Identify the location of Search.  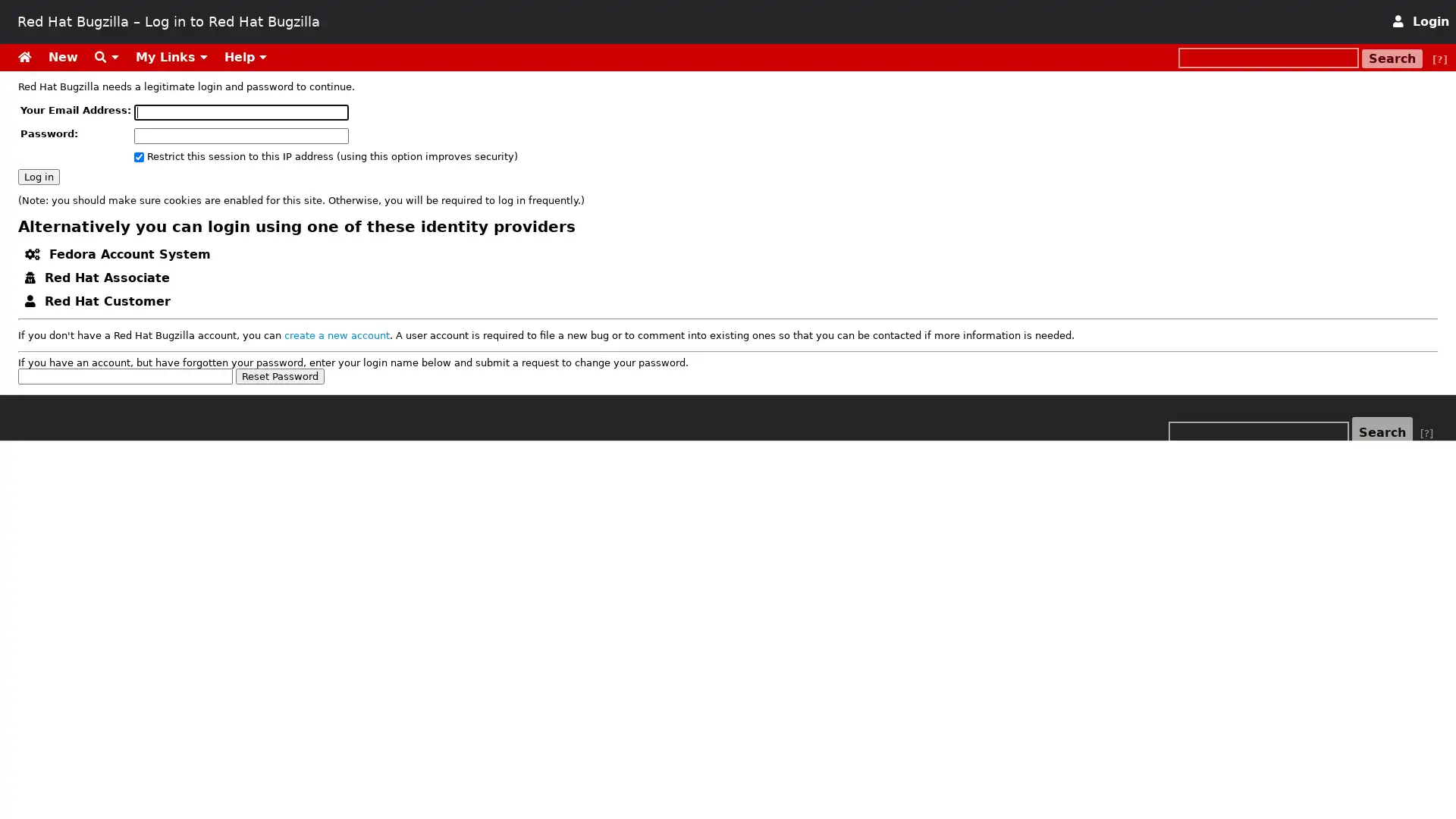
(1392, 58).